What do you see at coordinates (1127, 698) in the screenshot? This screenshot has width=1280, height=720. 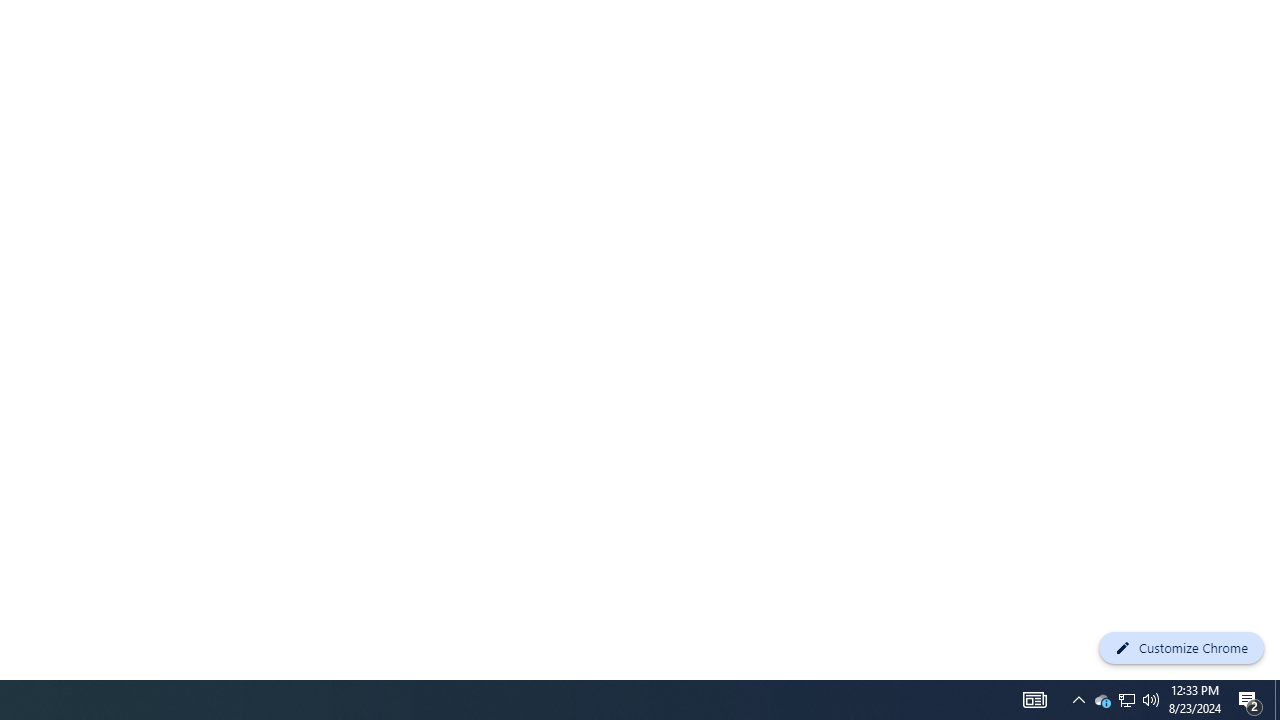 I see `'User Promoted Notification Area'` at bounding box center [1127, 698].